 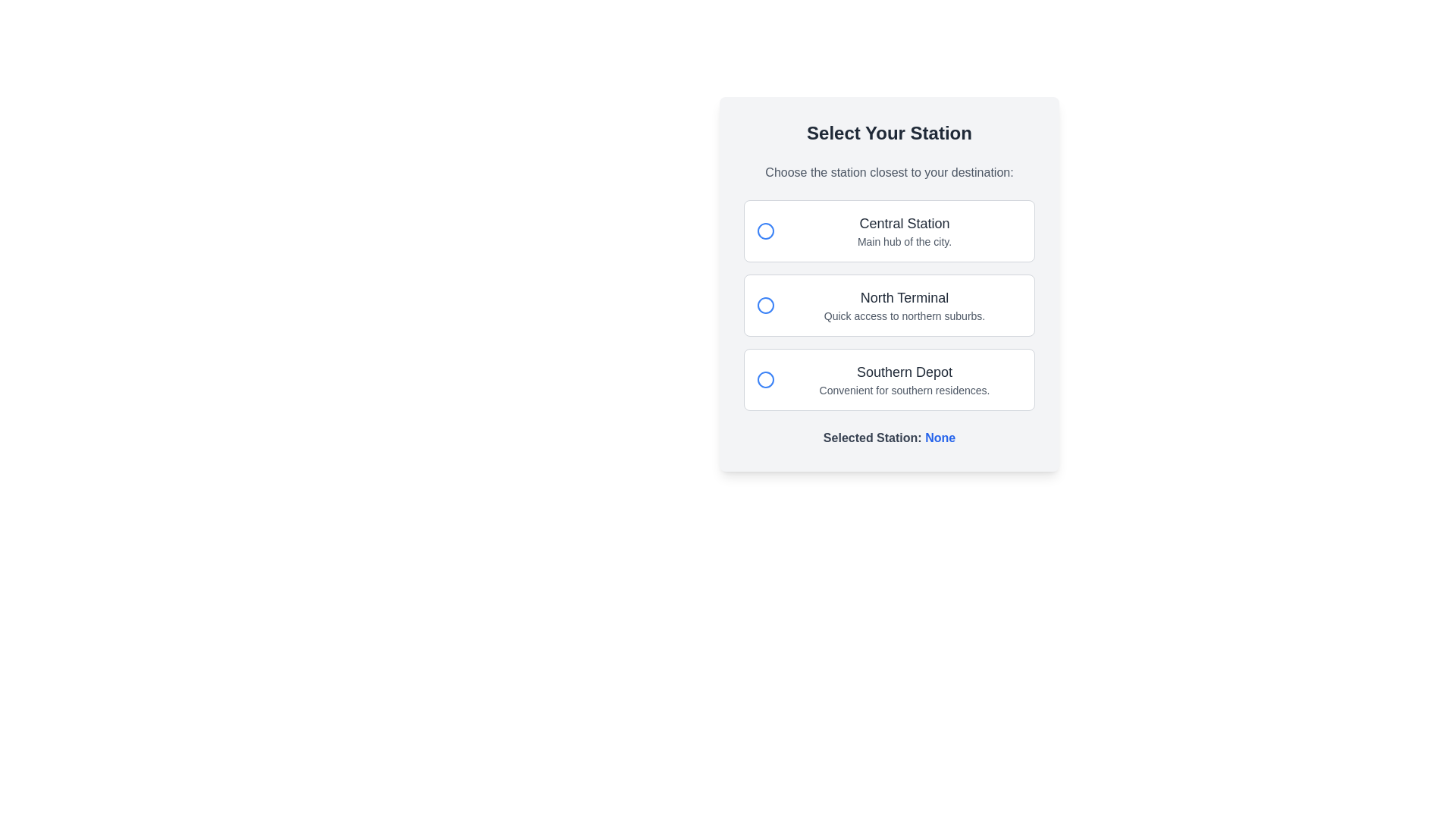 I want to click on the blue circular outline radio button, so click(x=765, y=379).